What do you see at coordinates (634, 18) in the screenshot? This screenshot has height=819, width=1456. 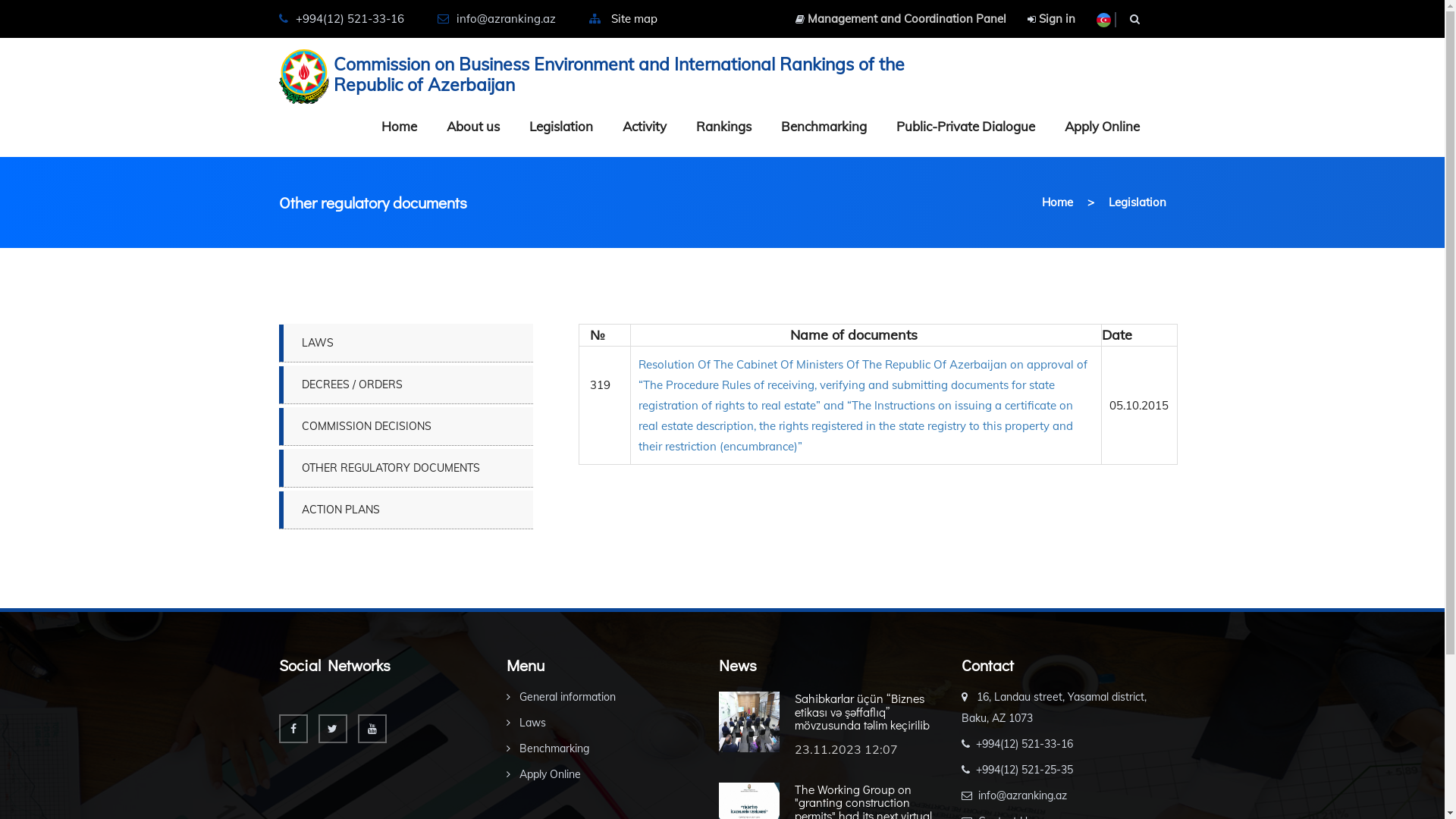 I see `'Site map'` at bounding box center [634, 18].